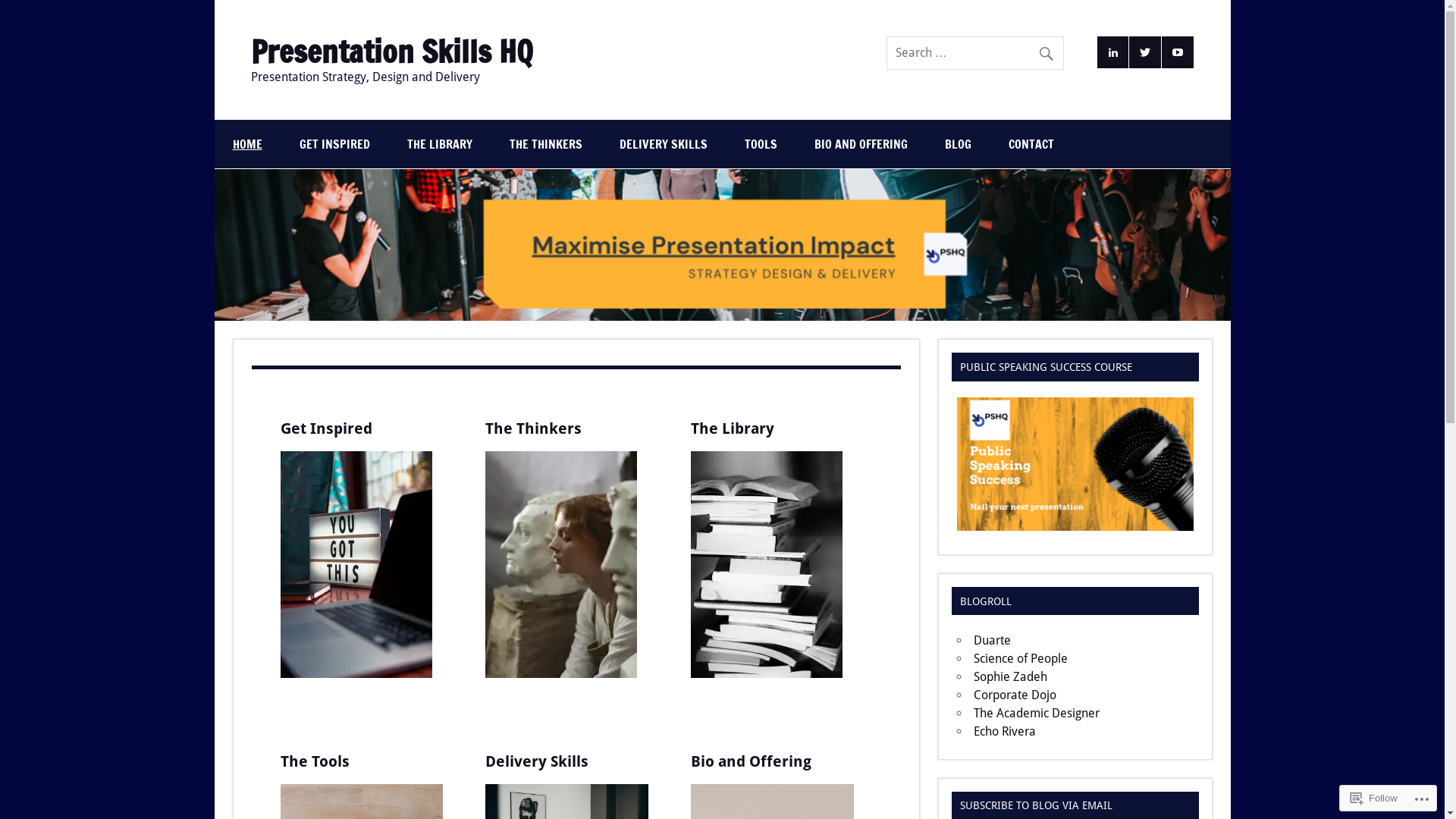 This screenshot has width=1456, height=819. What do you see at coordinates (314, 761) in the screenshot?
I see `'The Tools'` at bounding box center [314, 761].